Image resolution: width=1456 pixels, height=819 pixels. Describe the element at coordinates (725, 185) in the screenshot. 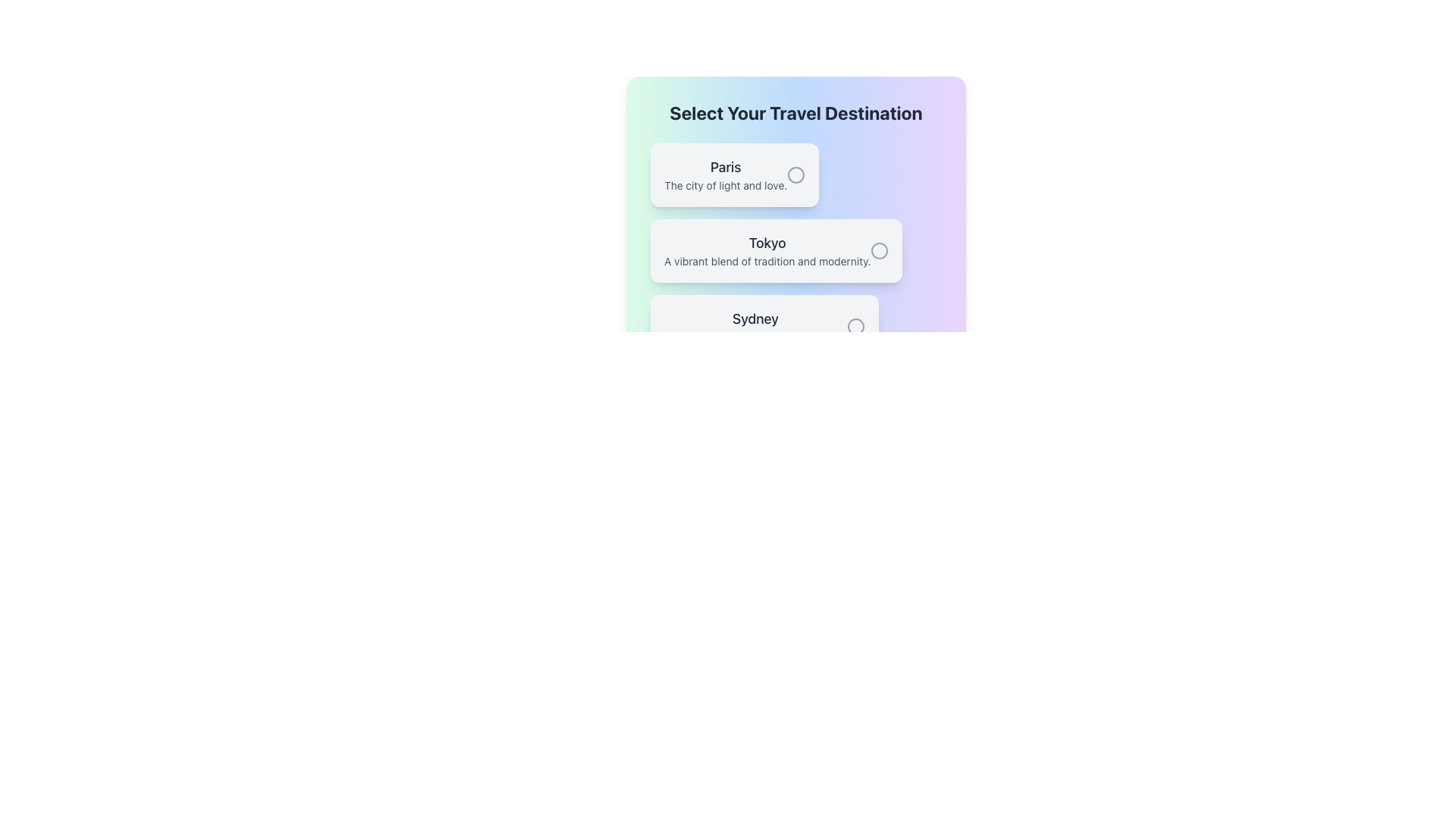

I see `text label displaying 'The city of light and love.' which is located below the heading 'Paris.'` at that location.